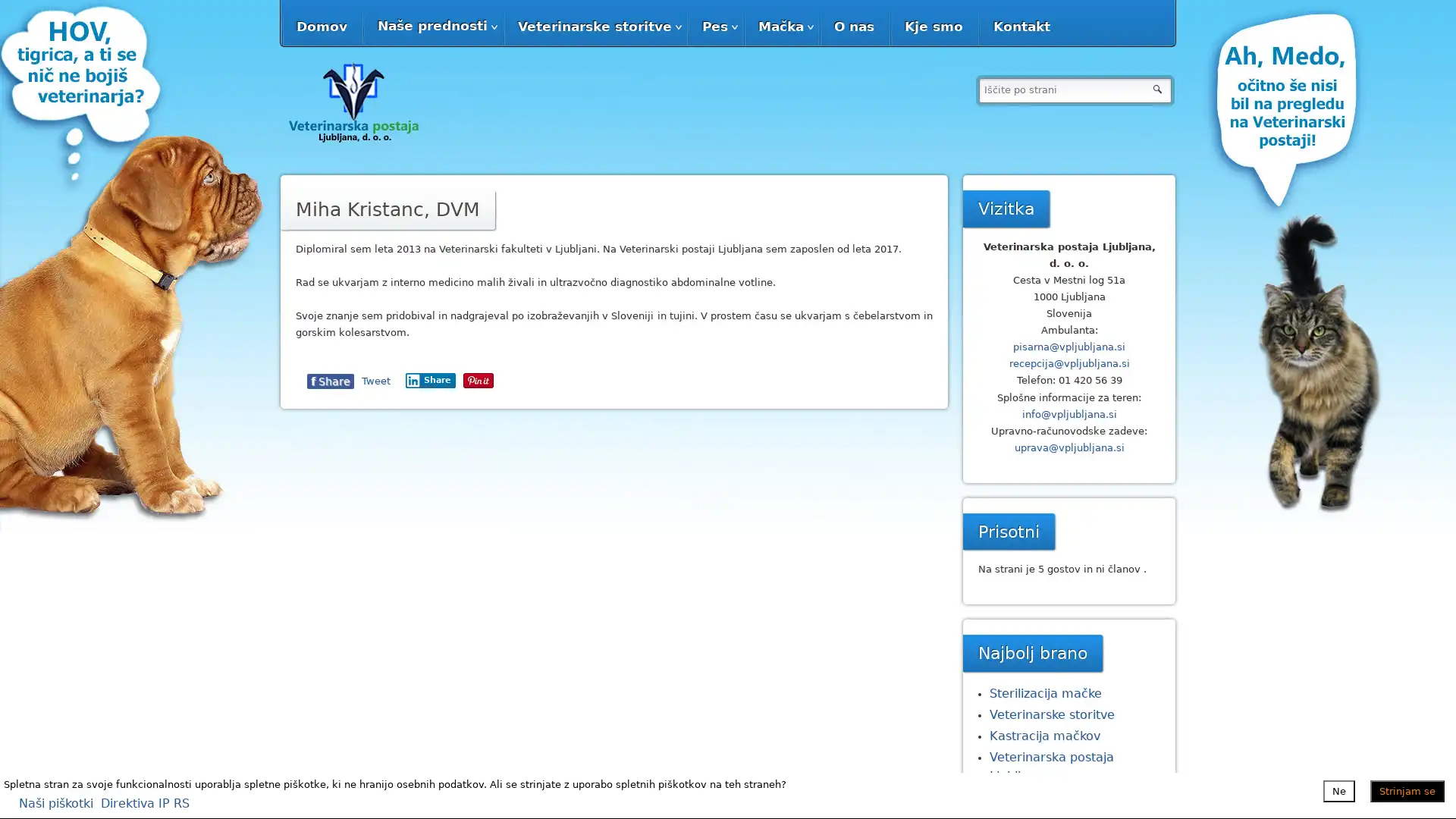  What do you see at coordinates (526, 379) in the screenshot?
I see `Share` at bounding box center [526, 379].